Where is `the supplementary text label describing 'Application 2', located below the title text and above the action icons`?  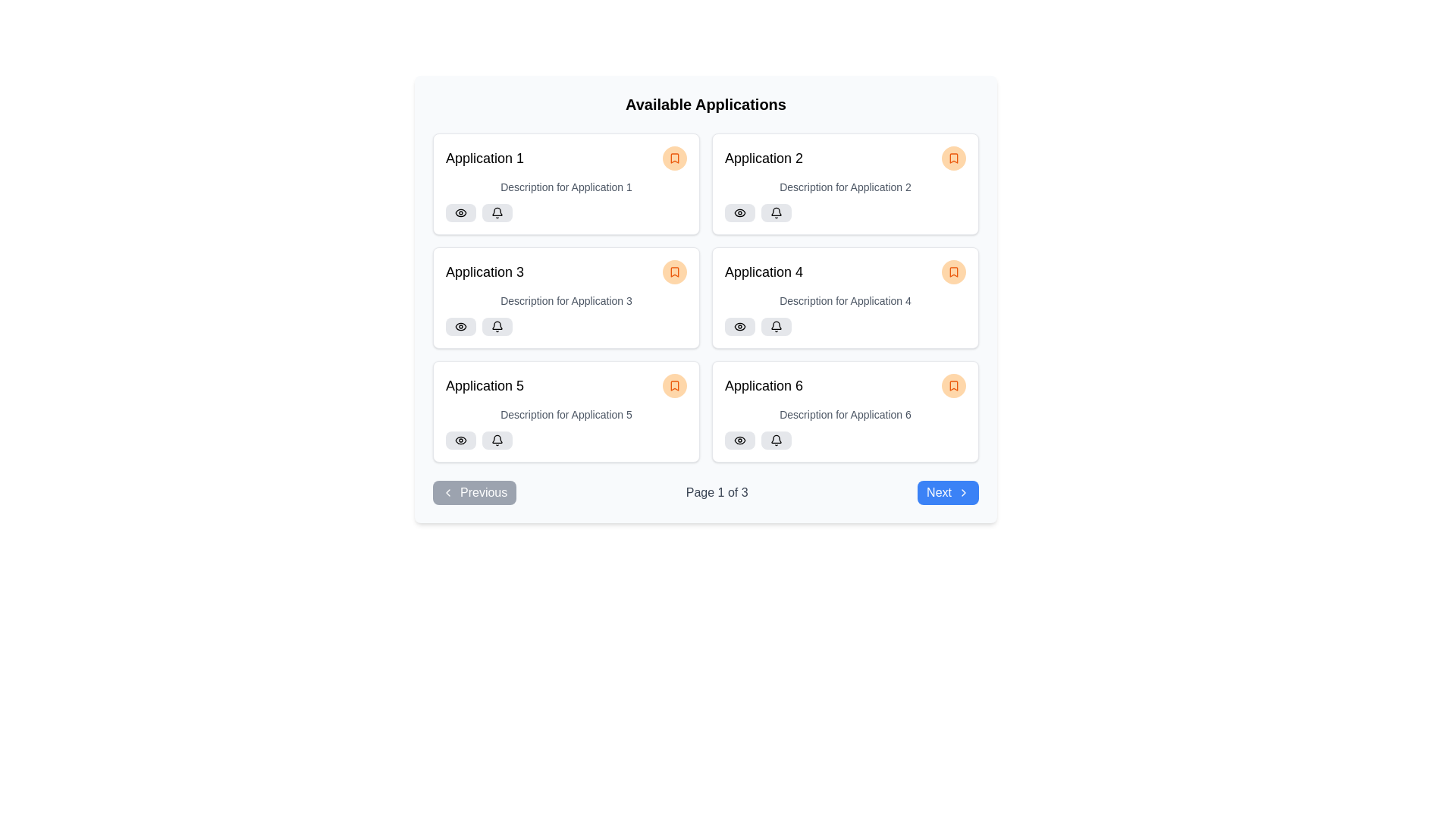
the supplementary text label describing 'Application 2', located below the title text and above the action icons is located at coordinates (844, 186).